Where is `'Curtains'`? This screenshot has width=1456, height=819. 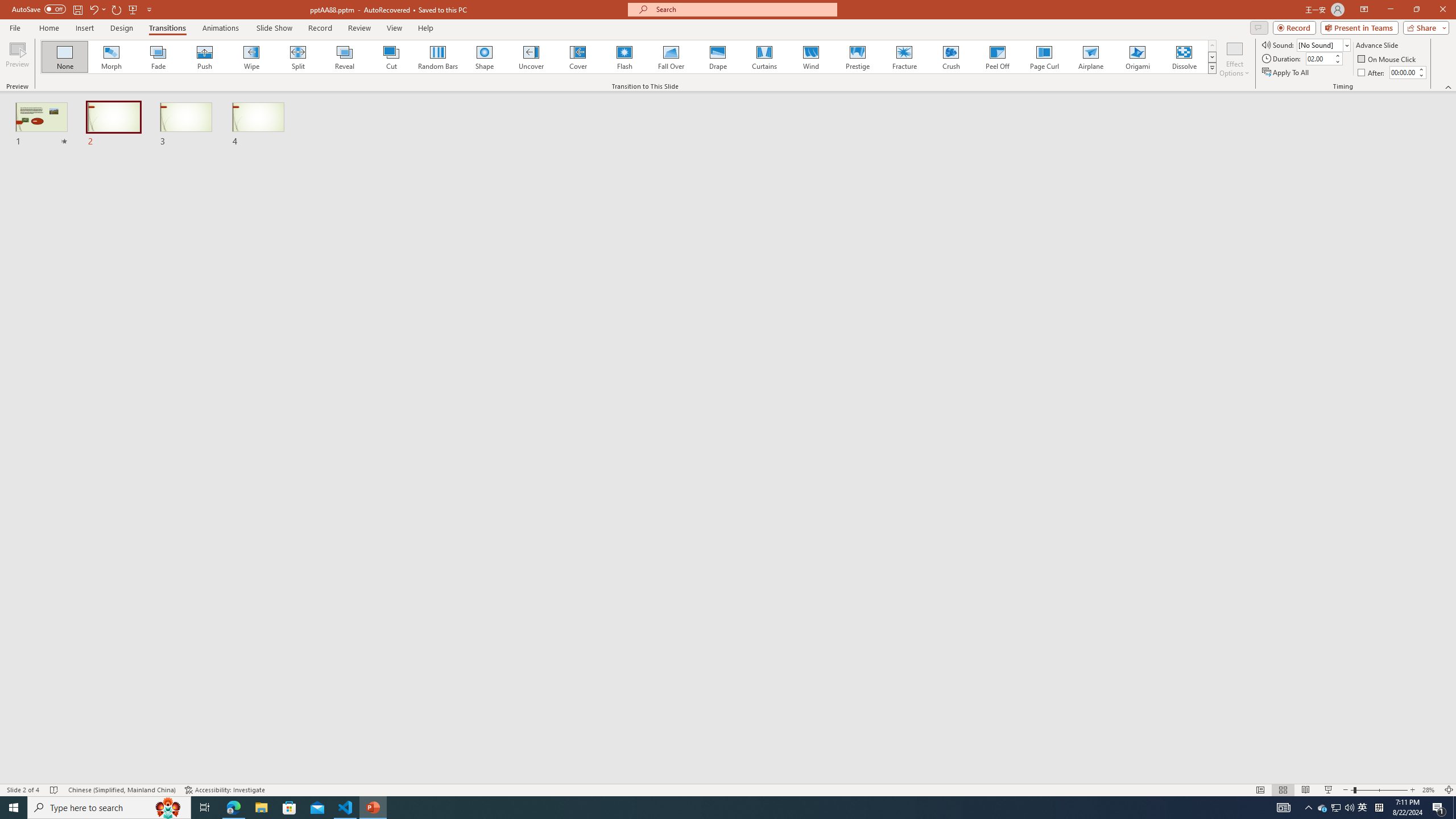 'Curtains' is located at coordinates (764, 56).